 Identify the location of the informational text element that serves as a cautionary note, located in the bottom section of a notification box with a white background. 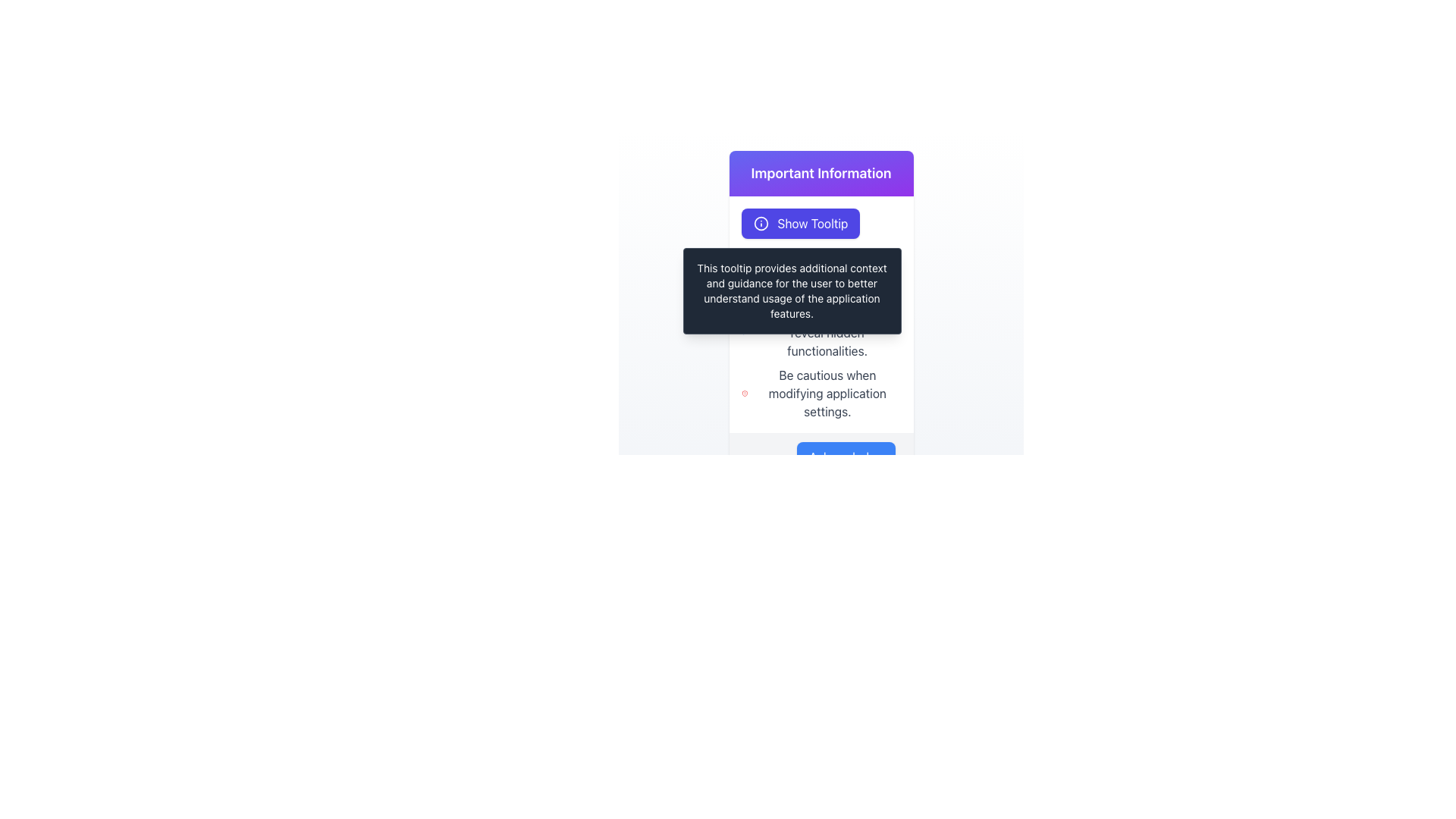
(821, 393).